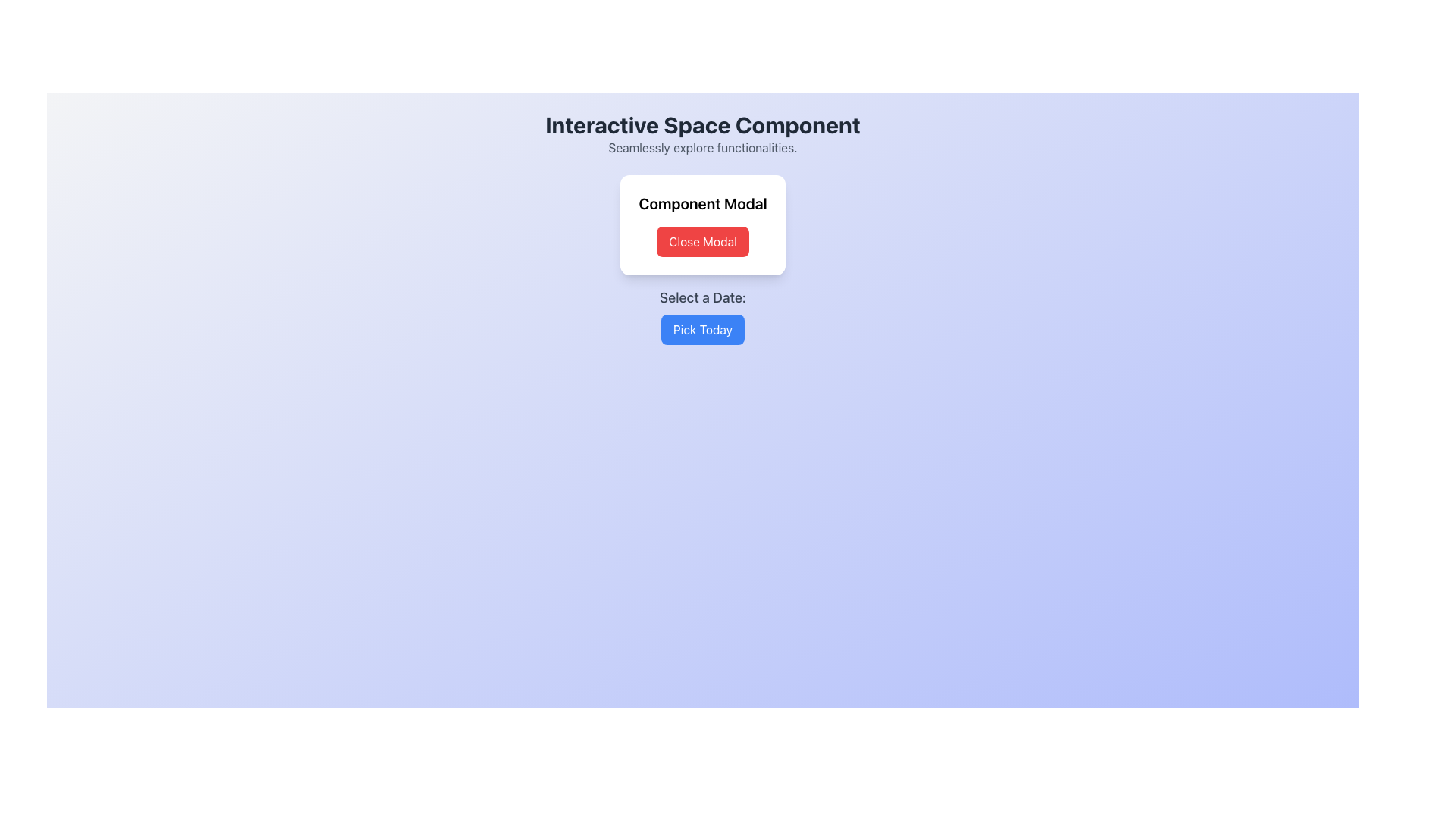  Describe the element at coordinates (701, 241) in the screenshot. I see `the close button located directly below the 'Component Modal' text inside the white rectangular modal` at that location.